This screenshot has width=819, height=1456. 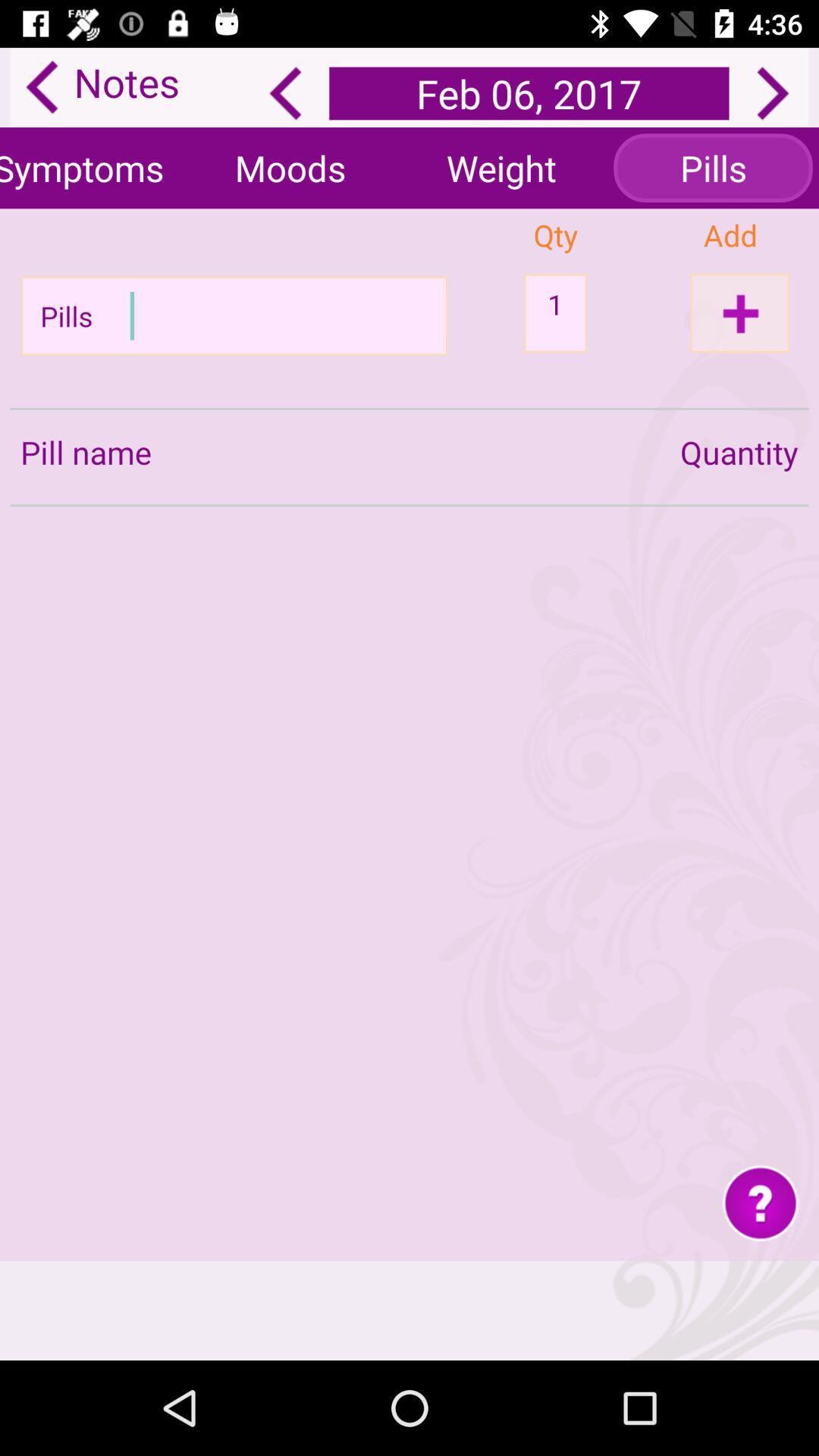 What do you see at coordinates (239, 315) in the screenshot?
I see `pill name` at bounding box center [239, 315].